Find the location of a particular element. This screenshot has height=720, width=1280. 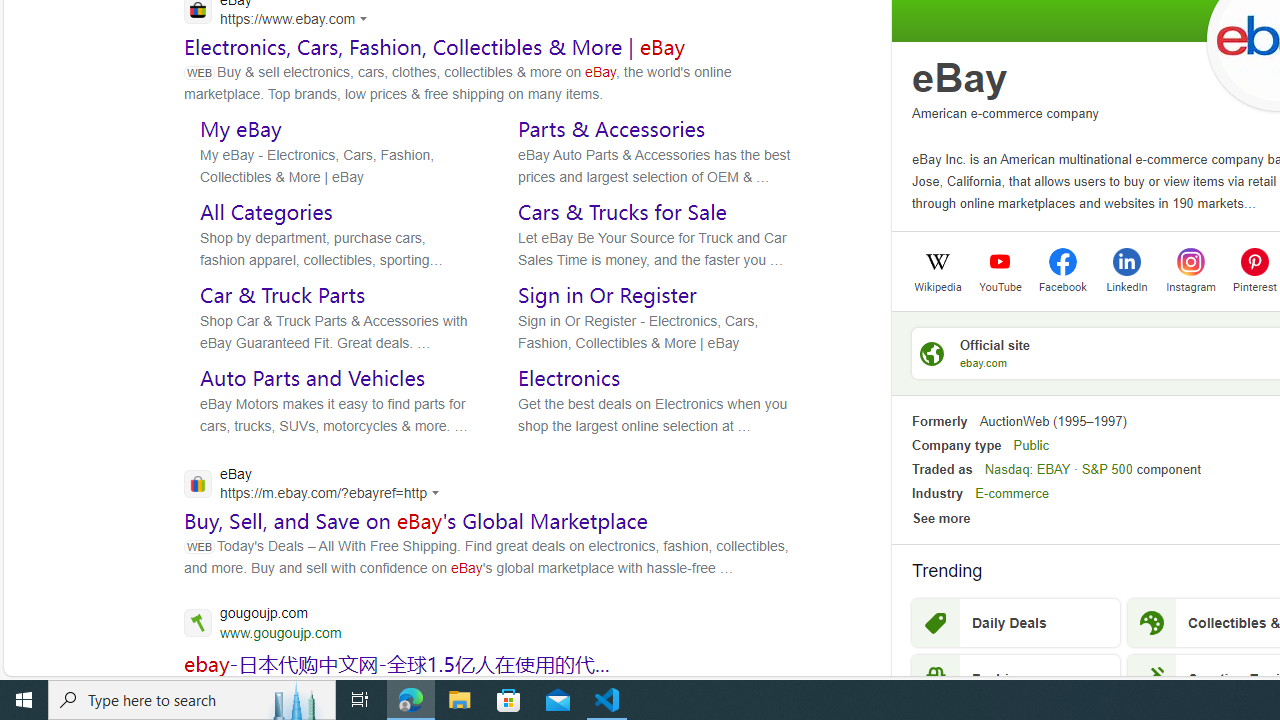

'Electronics, Cars, Fashion, Collectibles & More | eBay' is located at coordinates (434, 45).